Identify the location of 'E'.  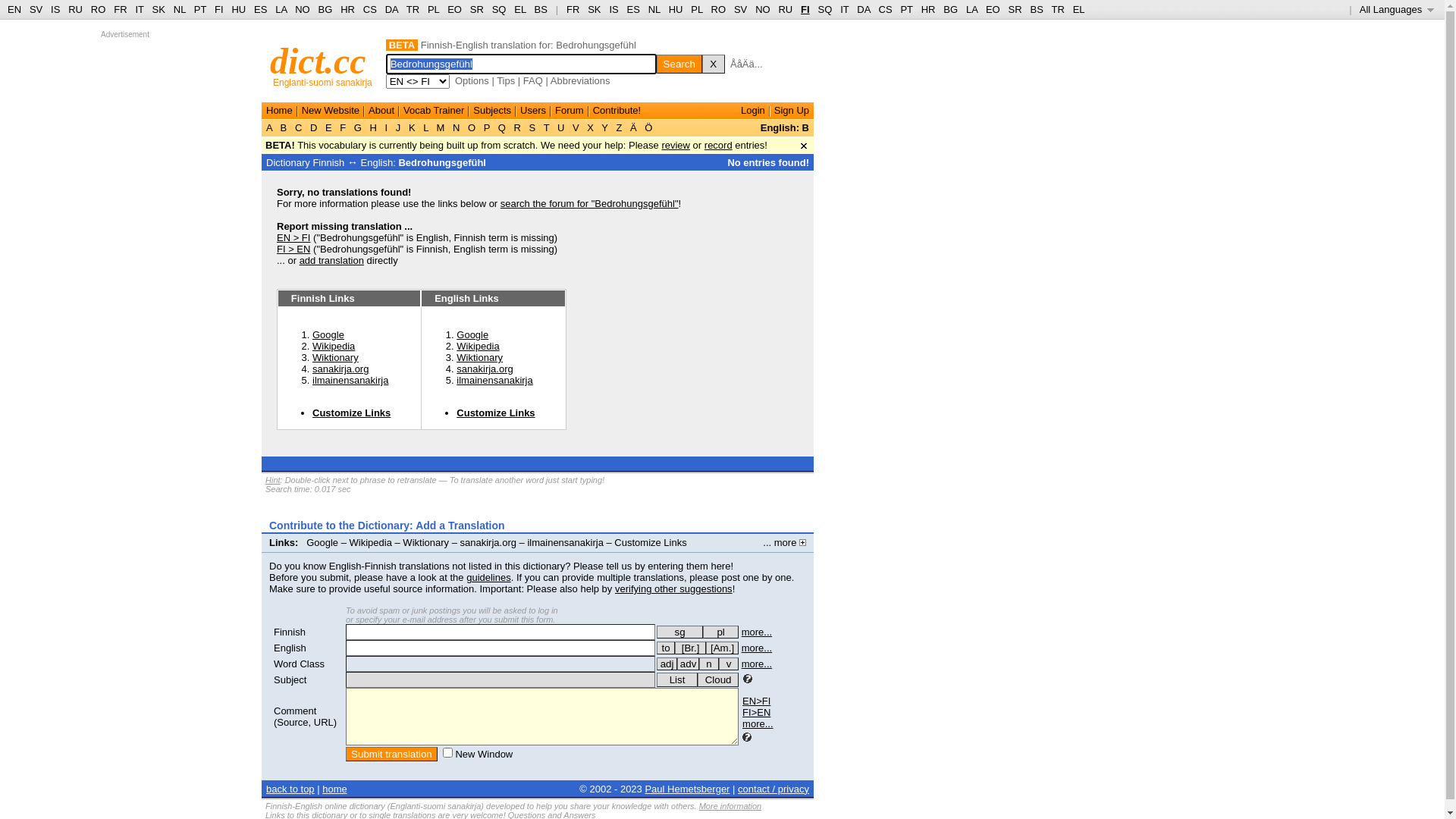
(327, 127).